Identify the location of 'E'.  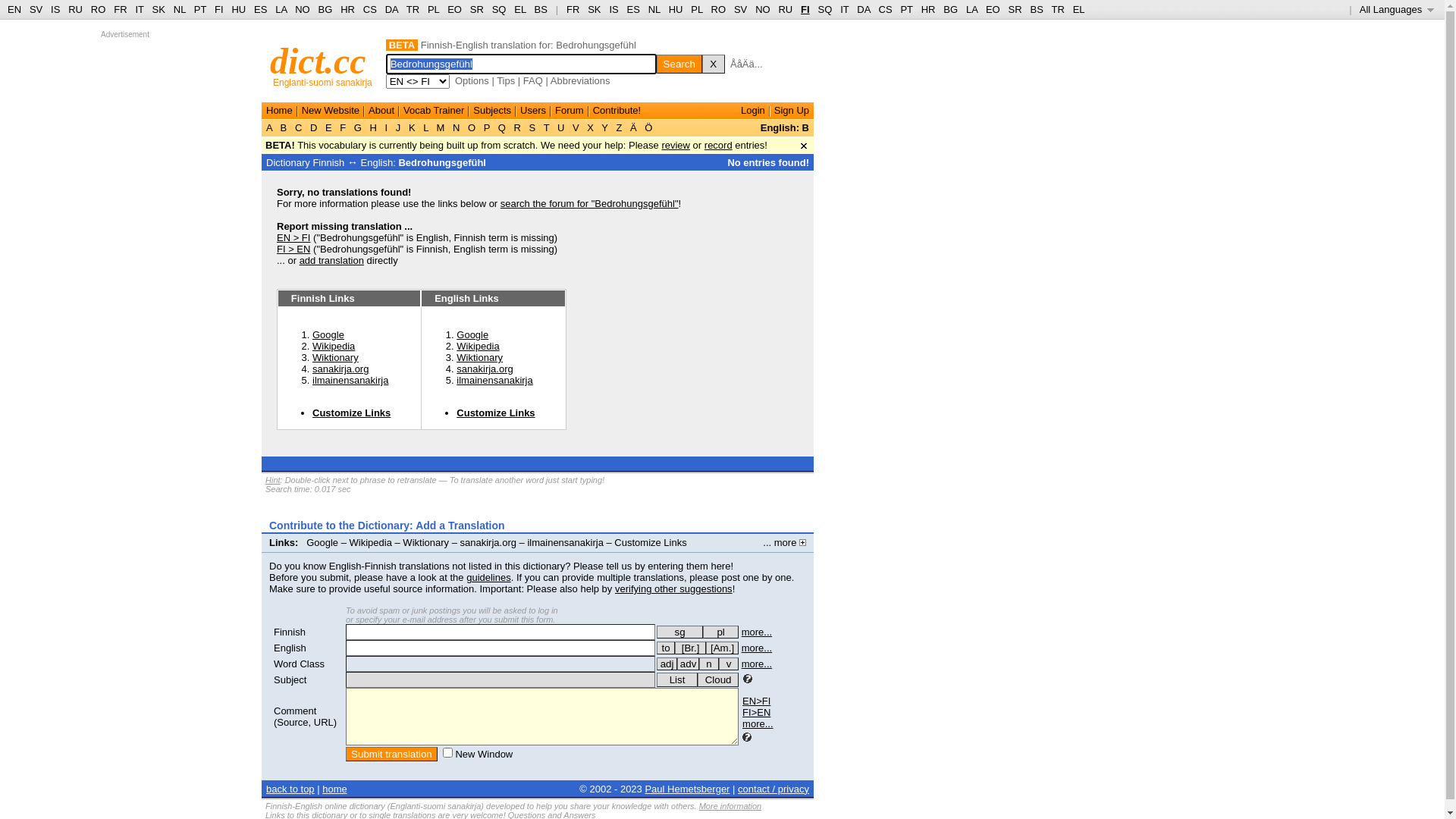
(327, 127).